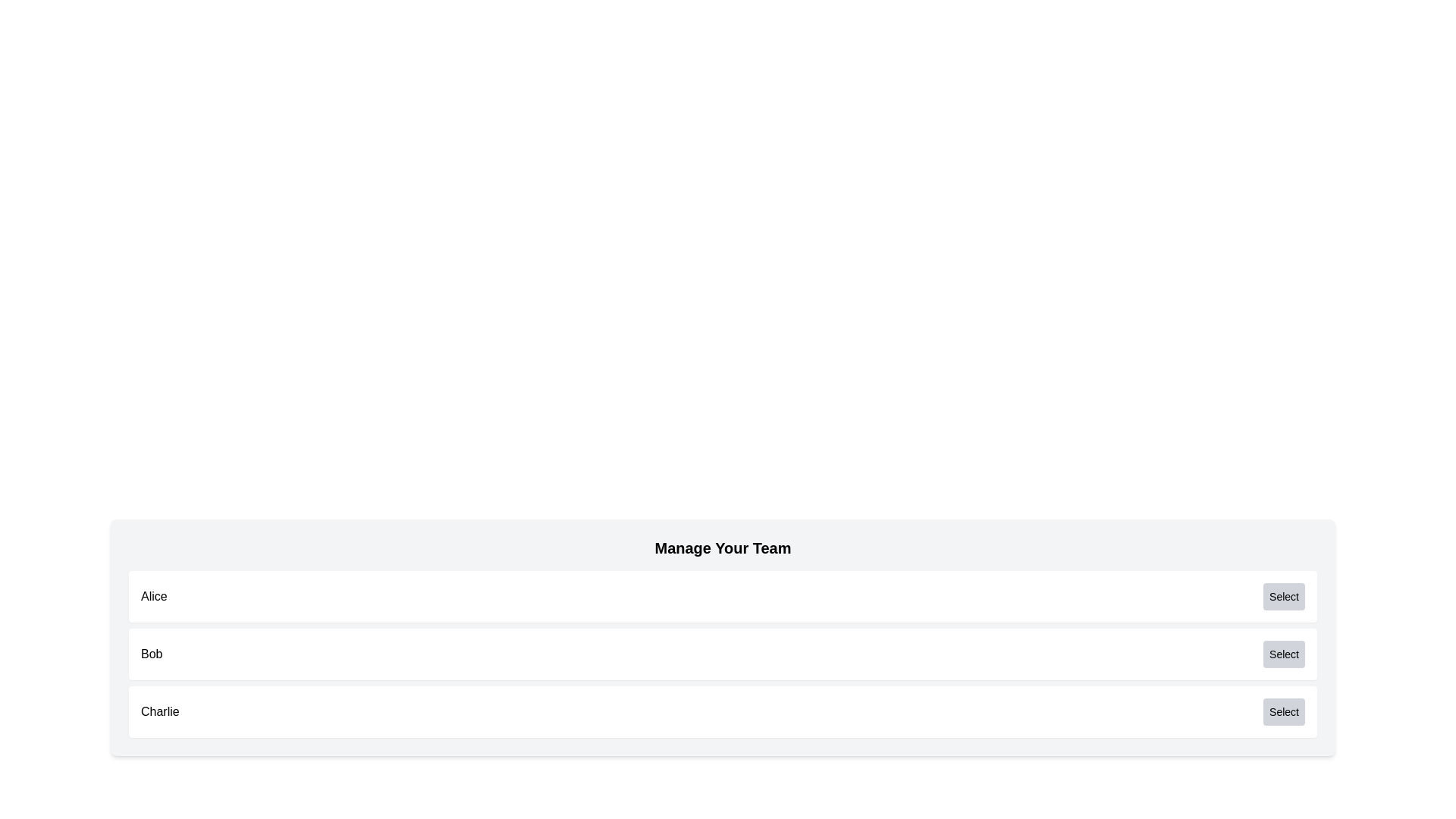 The height and width of the screenshot is (819, 1456). What do you see at coordinates (154, 595) in the screenshot?
I see `the label displaying the text 'Alice', which is located at the left end of the first row in a list of items` at bounding box center [154, 595].